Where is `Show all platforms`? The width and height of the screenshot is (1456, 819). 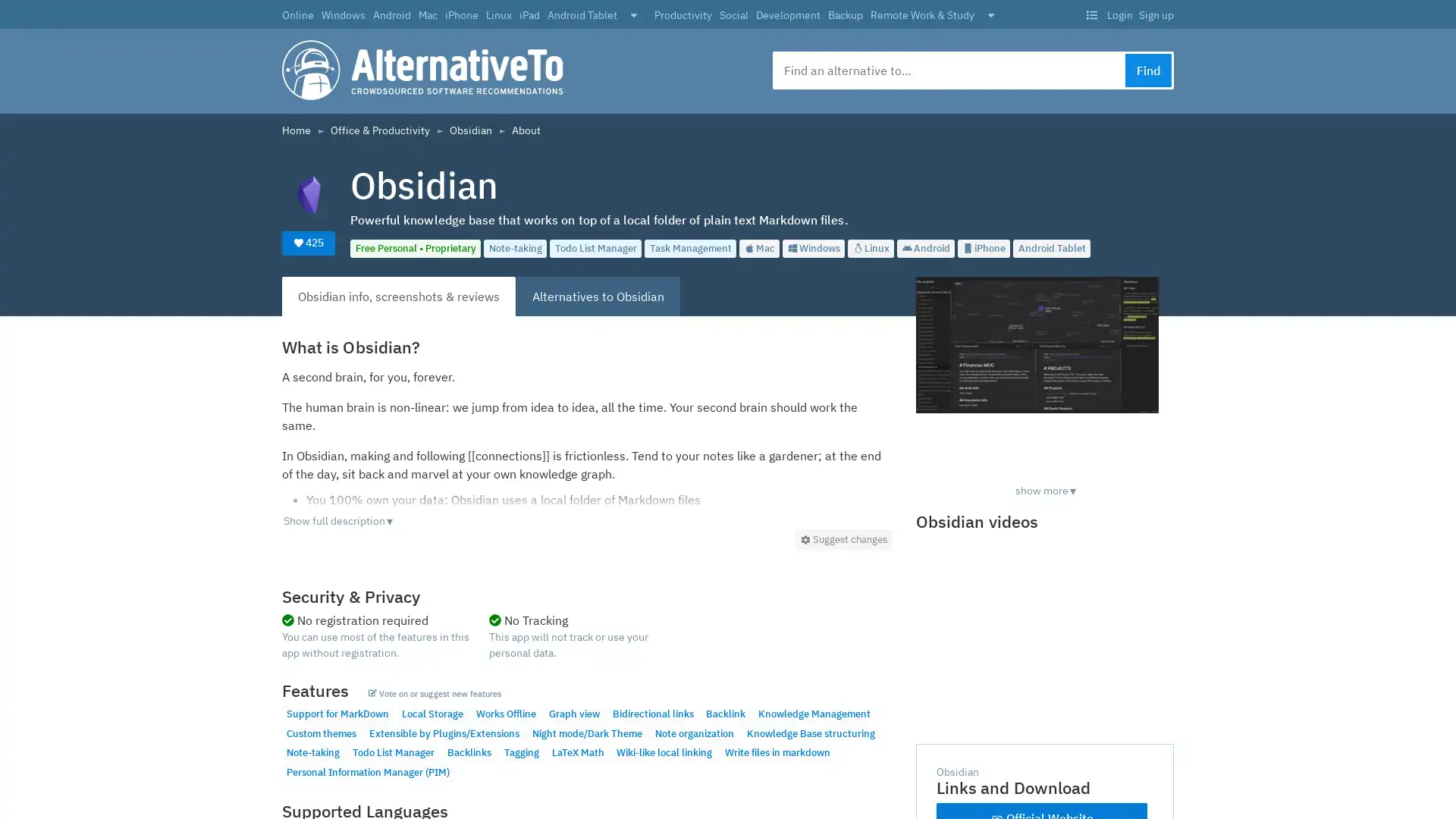 Show all platforms is located at coordinates (633, 16).